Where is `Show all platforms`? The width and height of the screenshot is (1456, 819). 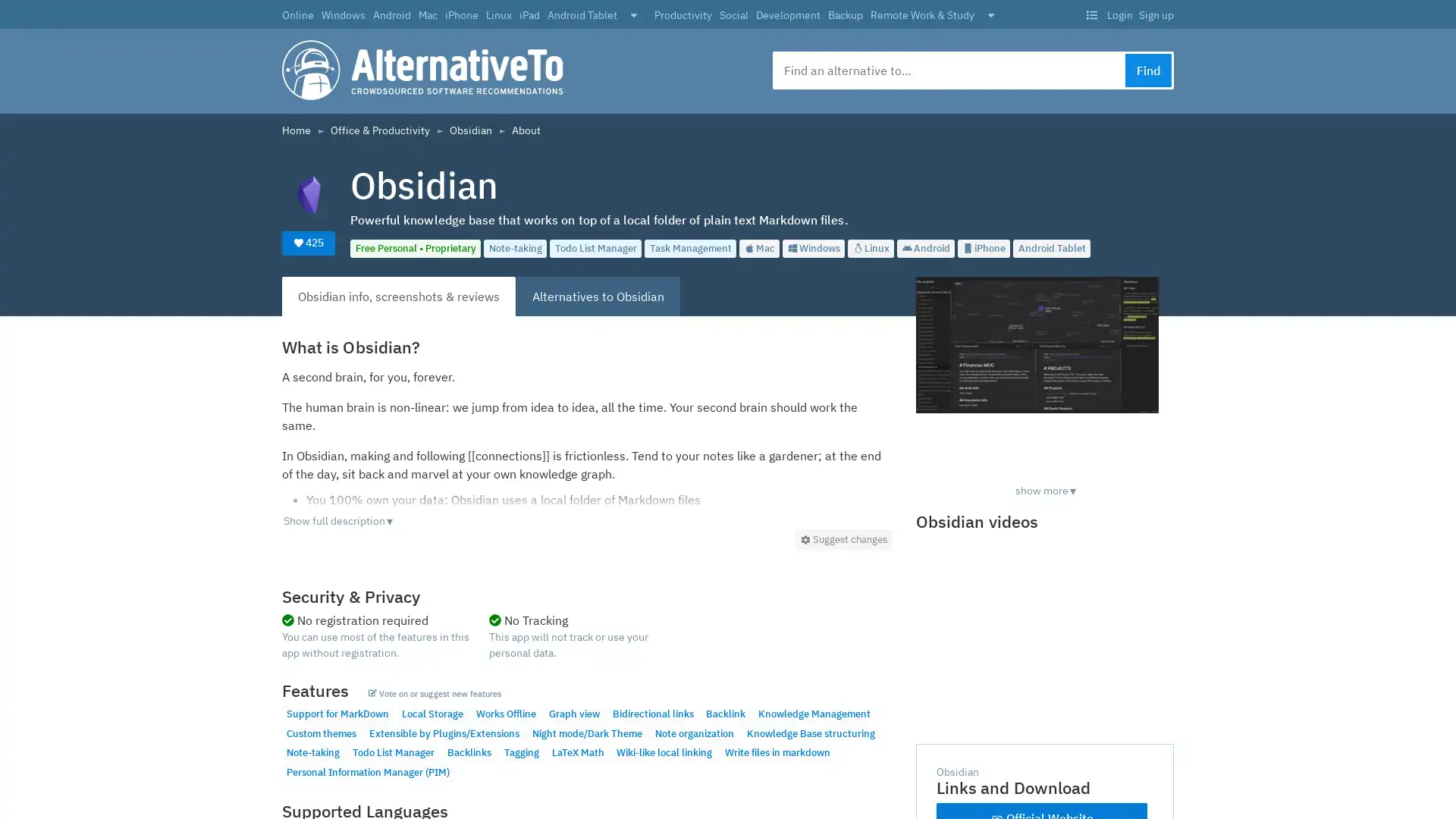 Show all platforms is located at coordinates (633, 16).